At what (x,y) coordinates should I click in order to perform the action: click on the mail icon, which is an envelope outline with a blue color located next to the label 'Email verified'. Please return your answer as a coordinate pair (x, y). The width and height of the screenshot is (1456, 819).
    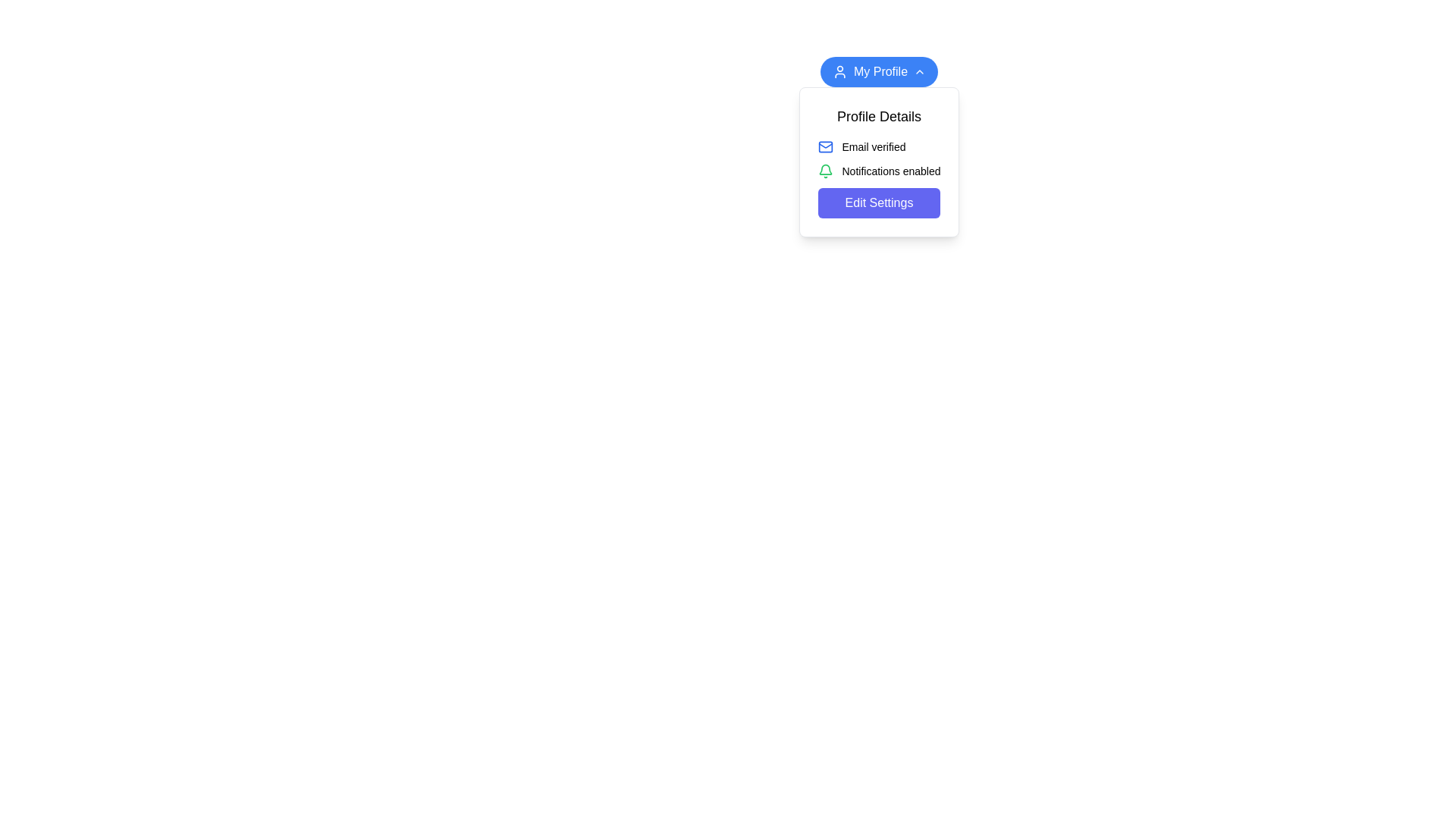
    Looking at the image, I should click on (824, 146).